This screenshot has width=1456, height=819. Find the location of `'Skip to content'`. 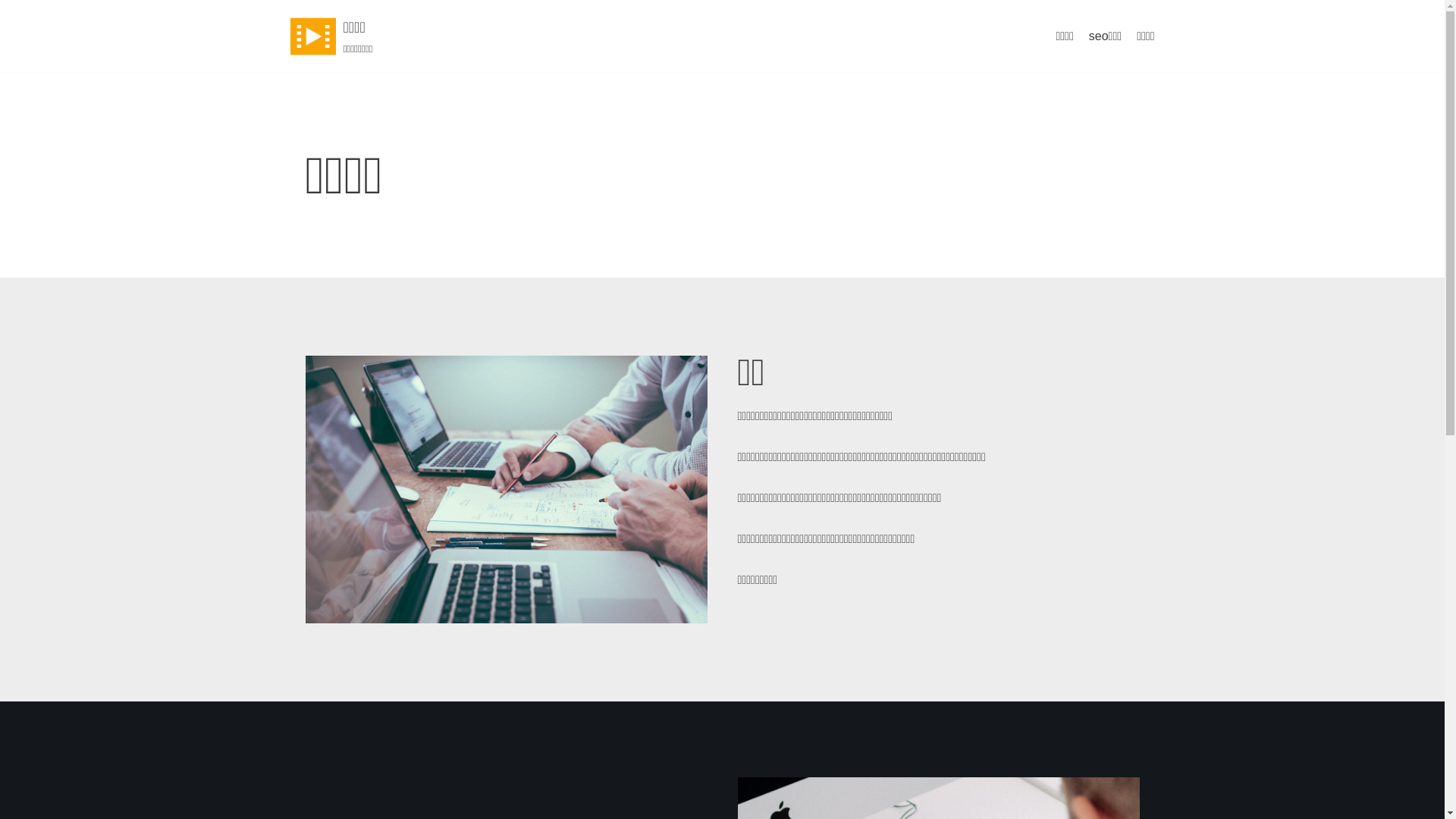

'Skip to content' is located at coordinates (14, 8).